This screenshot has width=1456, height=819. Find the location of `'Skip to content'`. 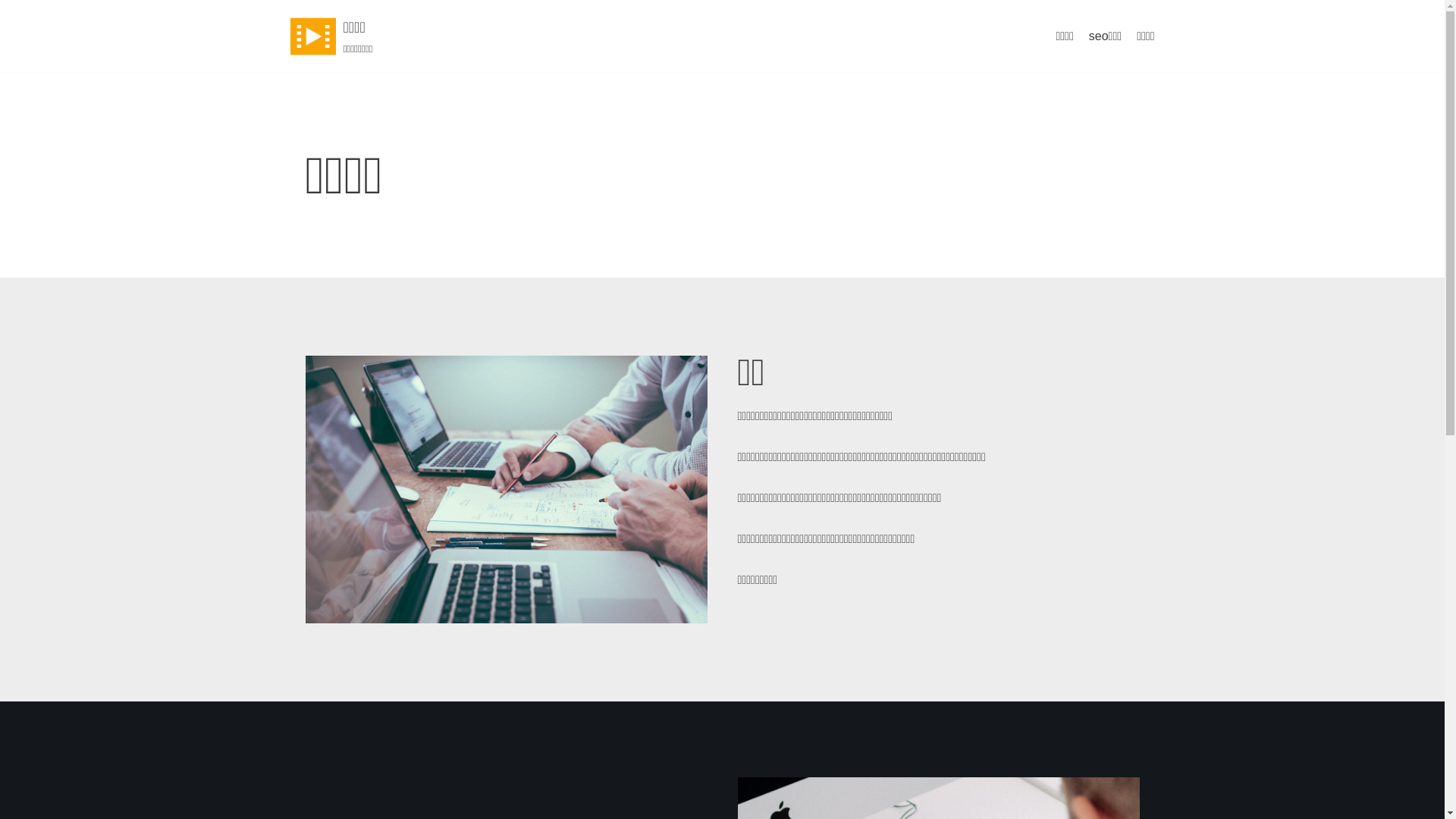

'Skip to content' is located at coordinates (14, 8).